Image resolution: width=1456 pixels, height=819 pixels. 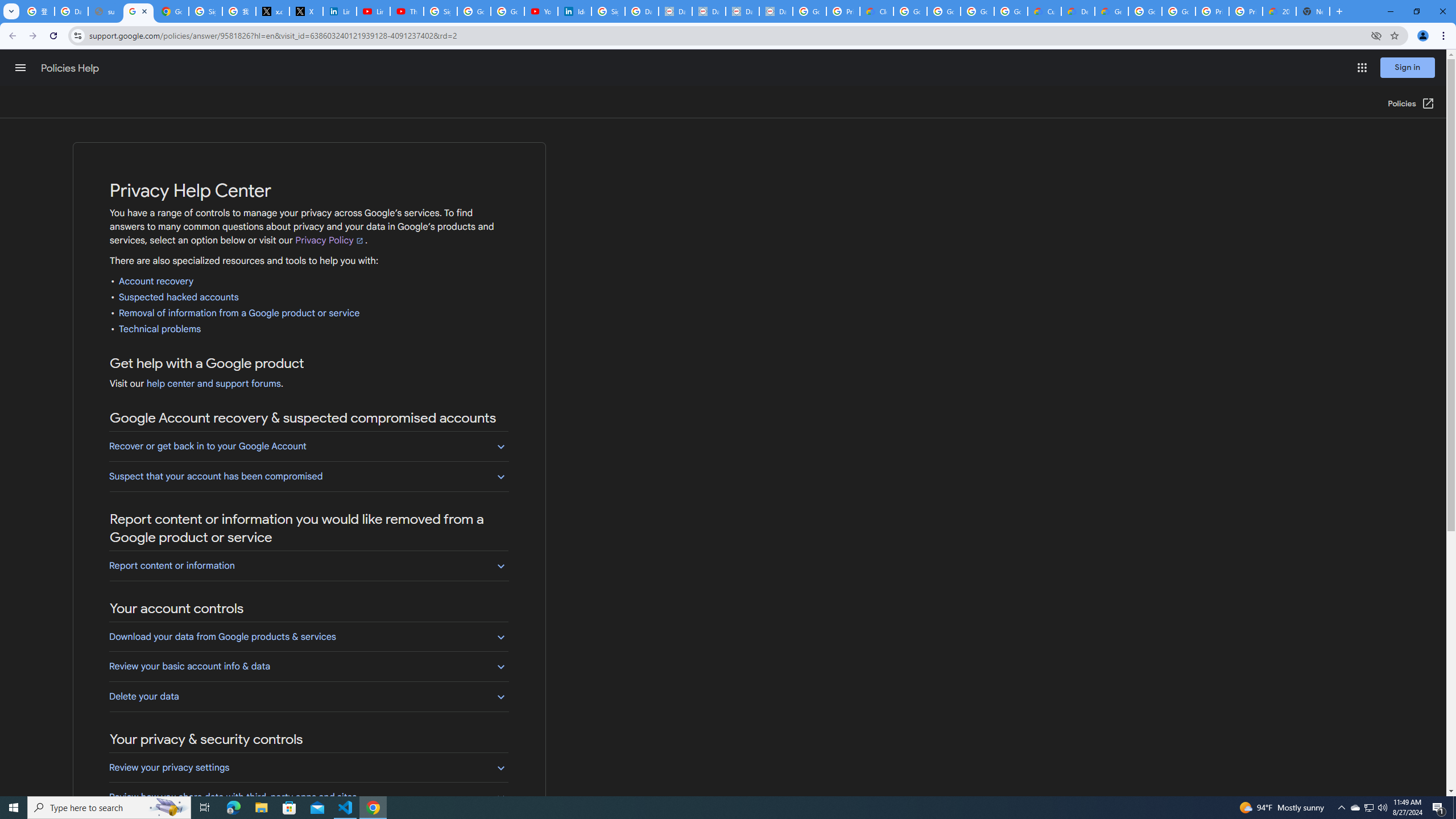 I want to click on 'Gemini for Business and Developers | Google Cloud', so click(x=1111, y=11).